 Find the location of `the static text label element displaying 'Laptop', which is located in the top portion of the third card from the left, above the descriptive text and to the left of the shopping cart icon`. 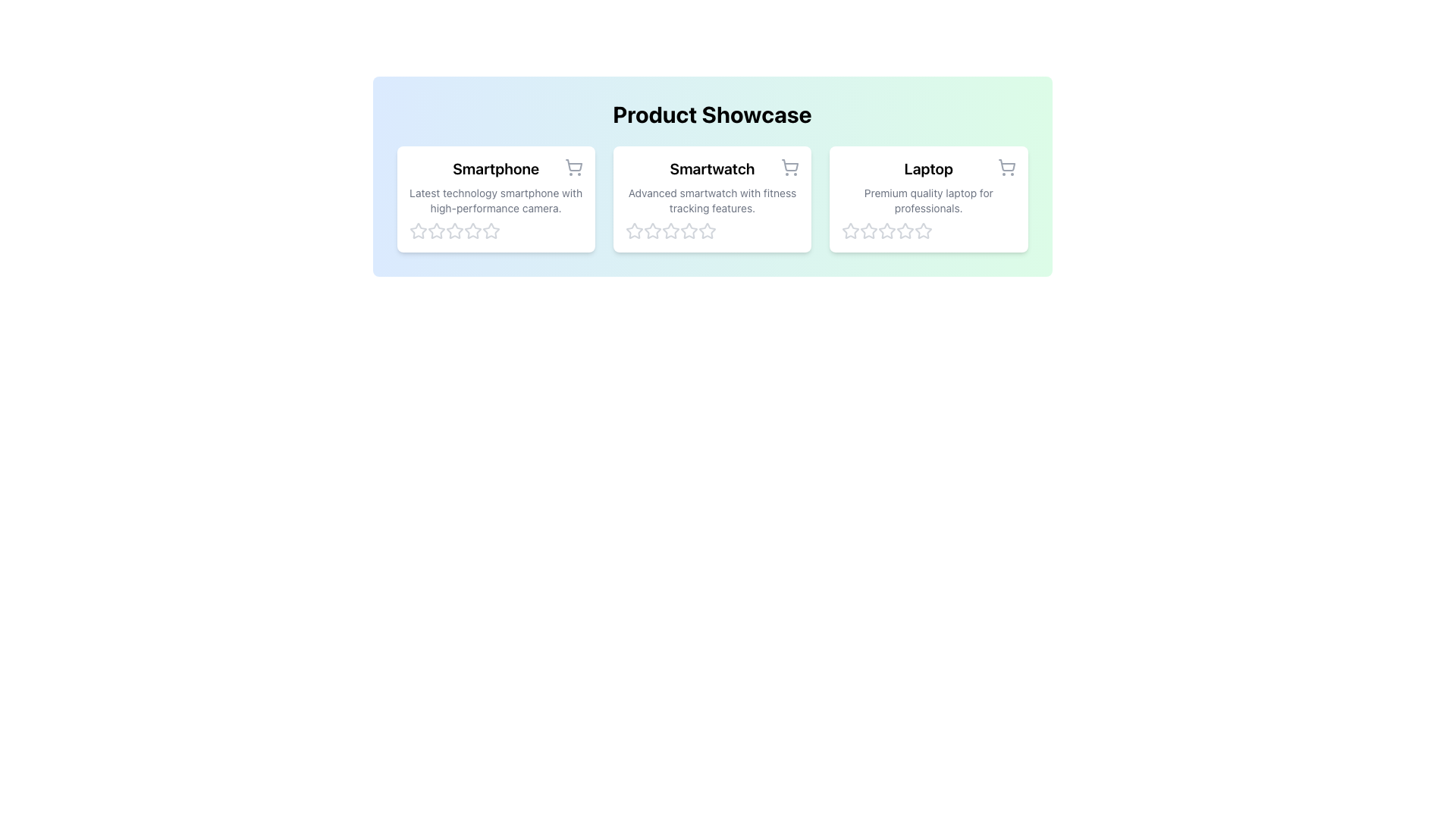

the static text label element displaying 'Laptop', which is located in the top portion of the third card from the left, above the descriptive text and to the left of the shopping cart icon is located at coordinates (927, 169).